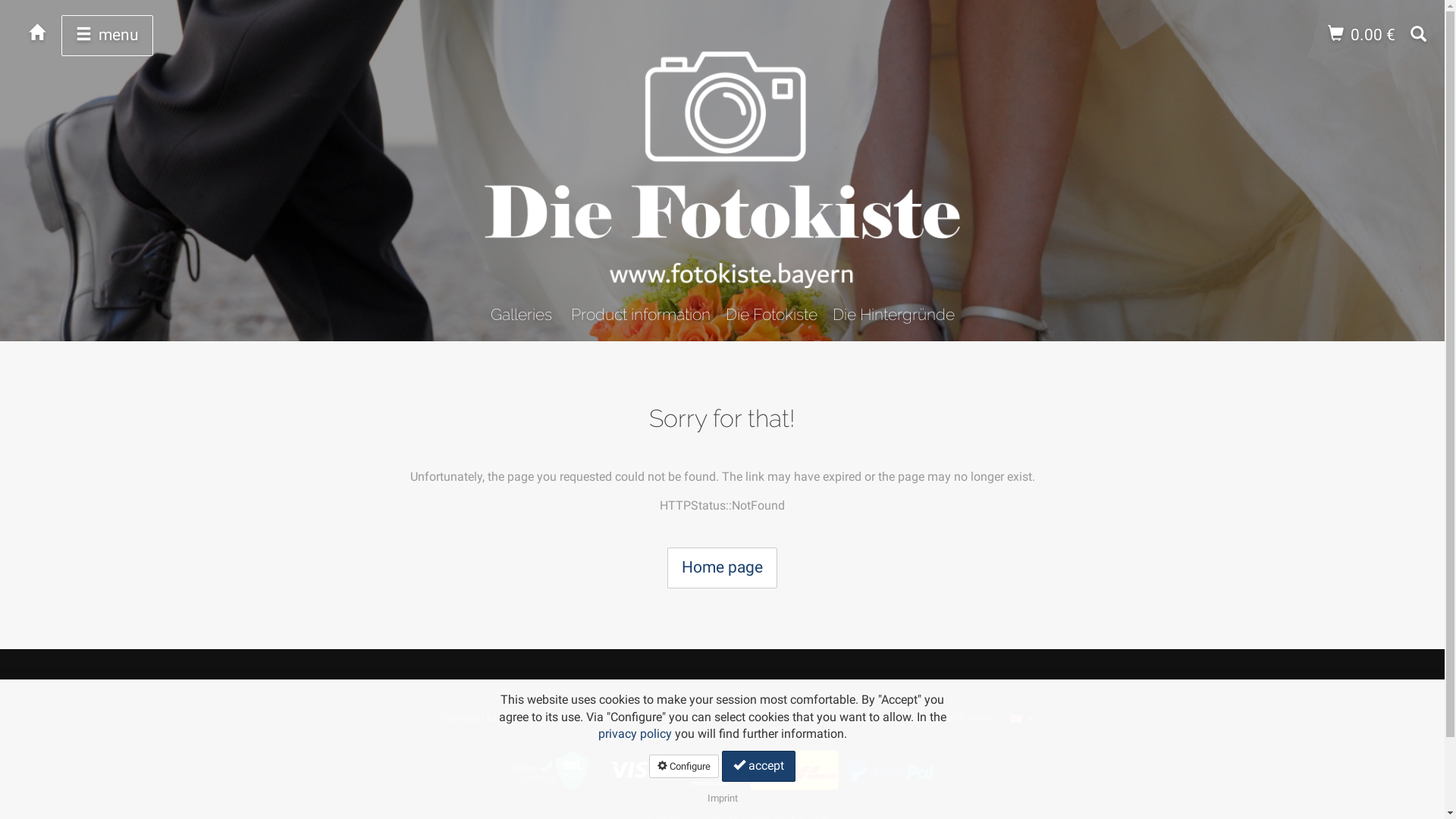  I want to click on 'Die Fotokiste', so click(723, 313).